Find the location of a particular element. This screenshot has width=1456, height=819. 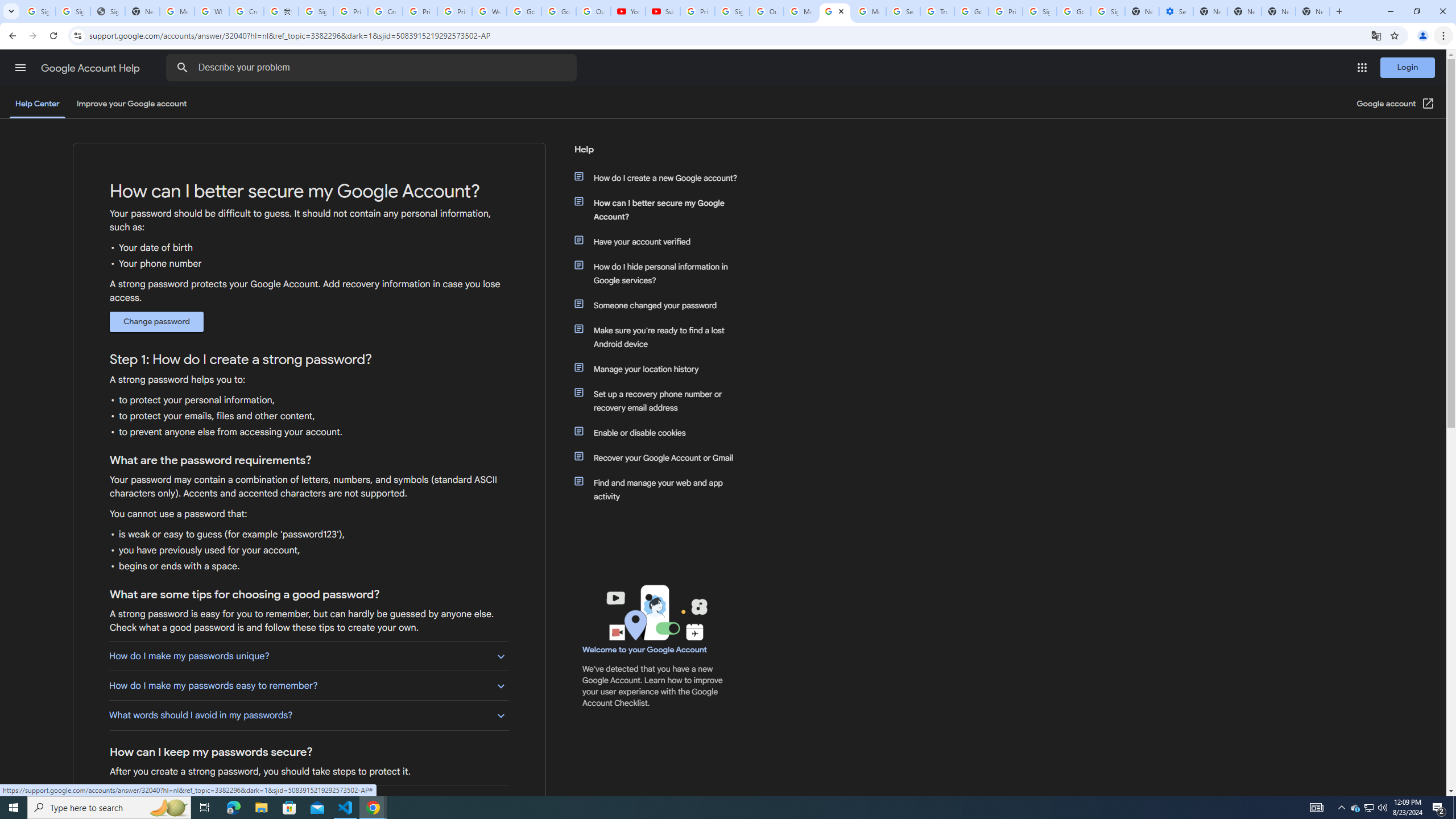

'YouTube' is located at coordinates (628, 11).